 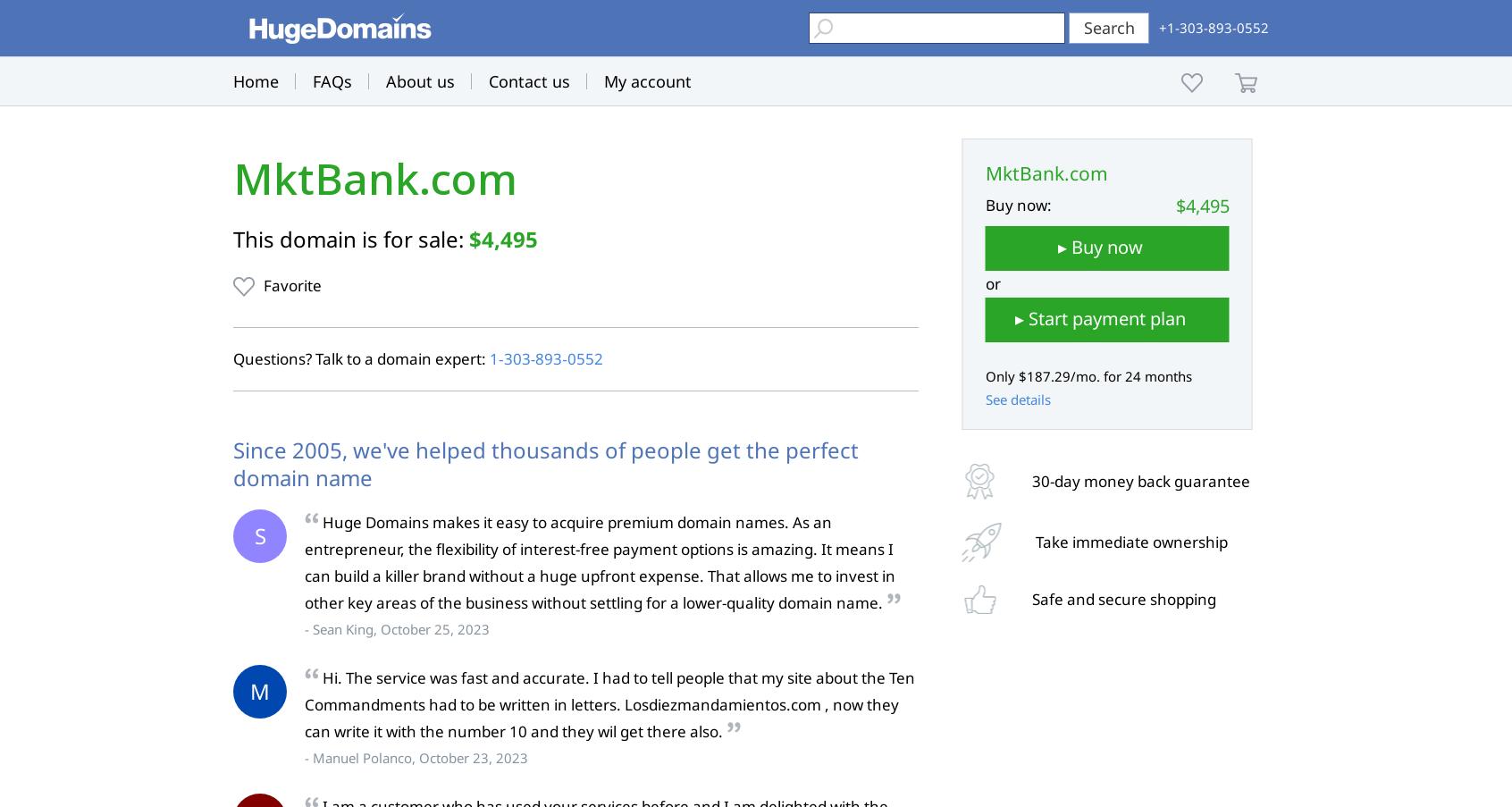 I want to click on 'Favorite', so click(x=291, y=284).